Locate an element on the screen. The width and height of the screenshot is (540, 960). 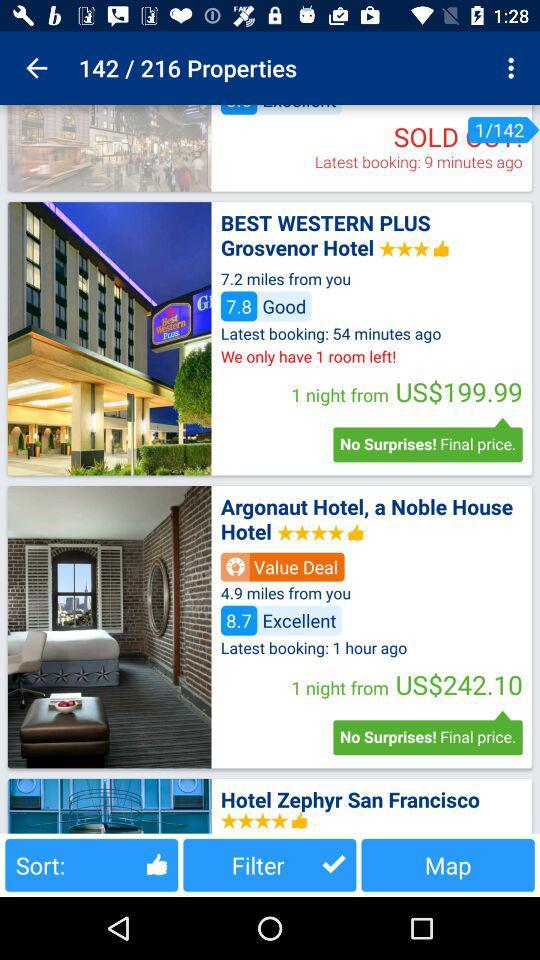
icon to the right of the filter button is located at coordinates (448, 864).